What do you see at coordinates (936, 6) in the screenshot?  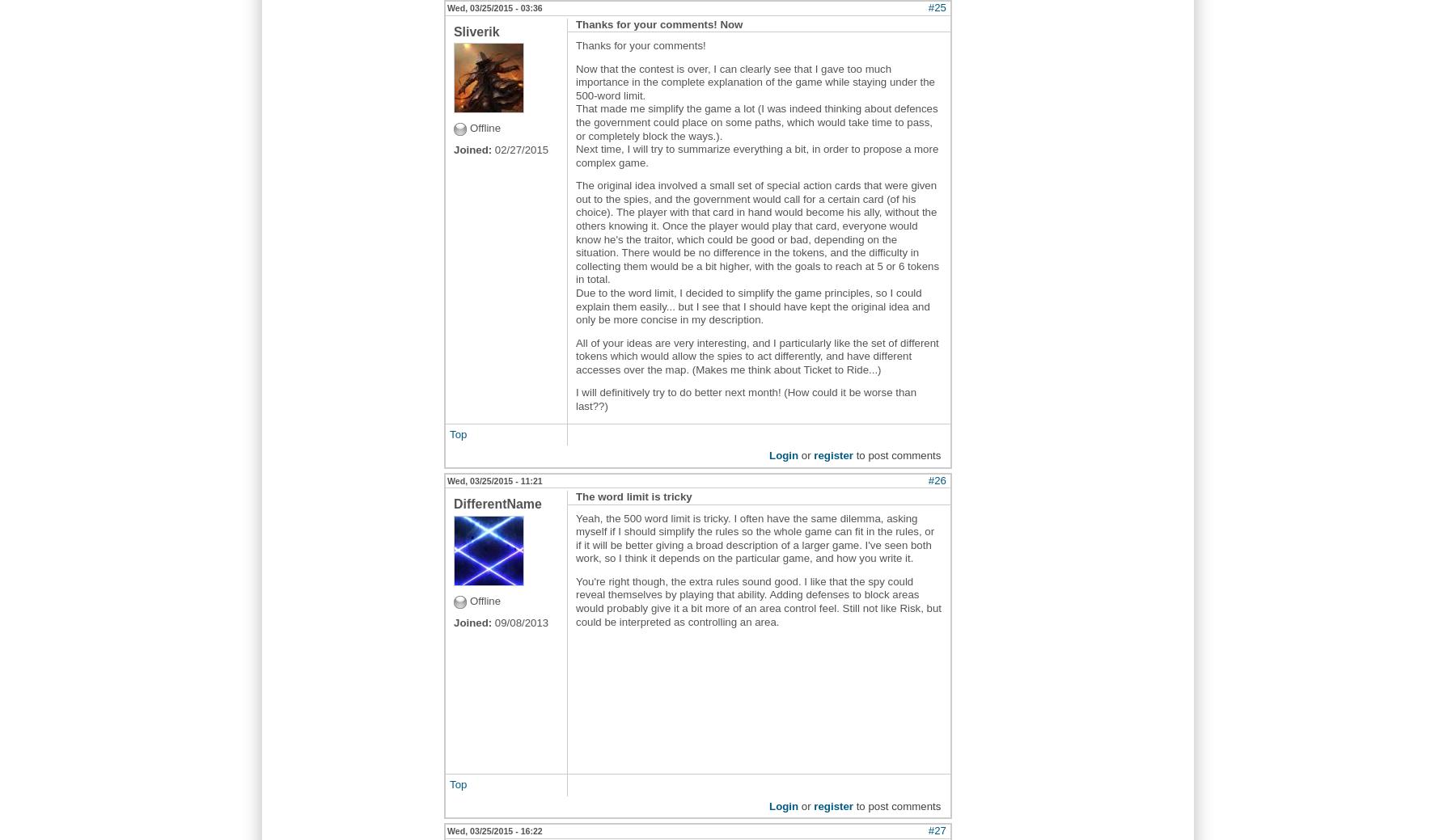 I see `'#25'` at bounding box center [936, 6].